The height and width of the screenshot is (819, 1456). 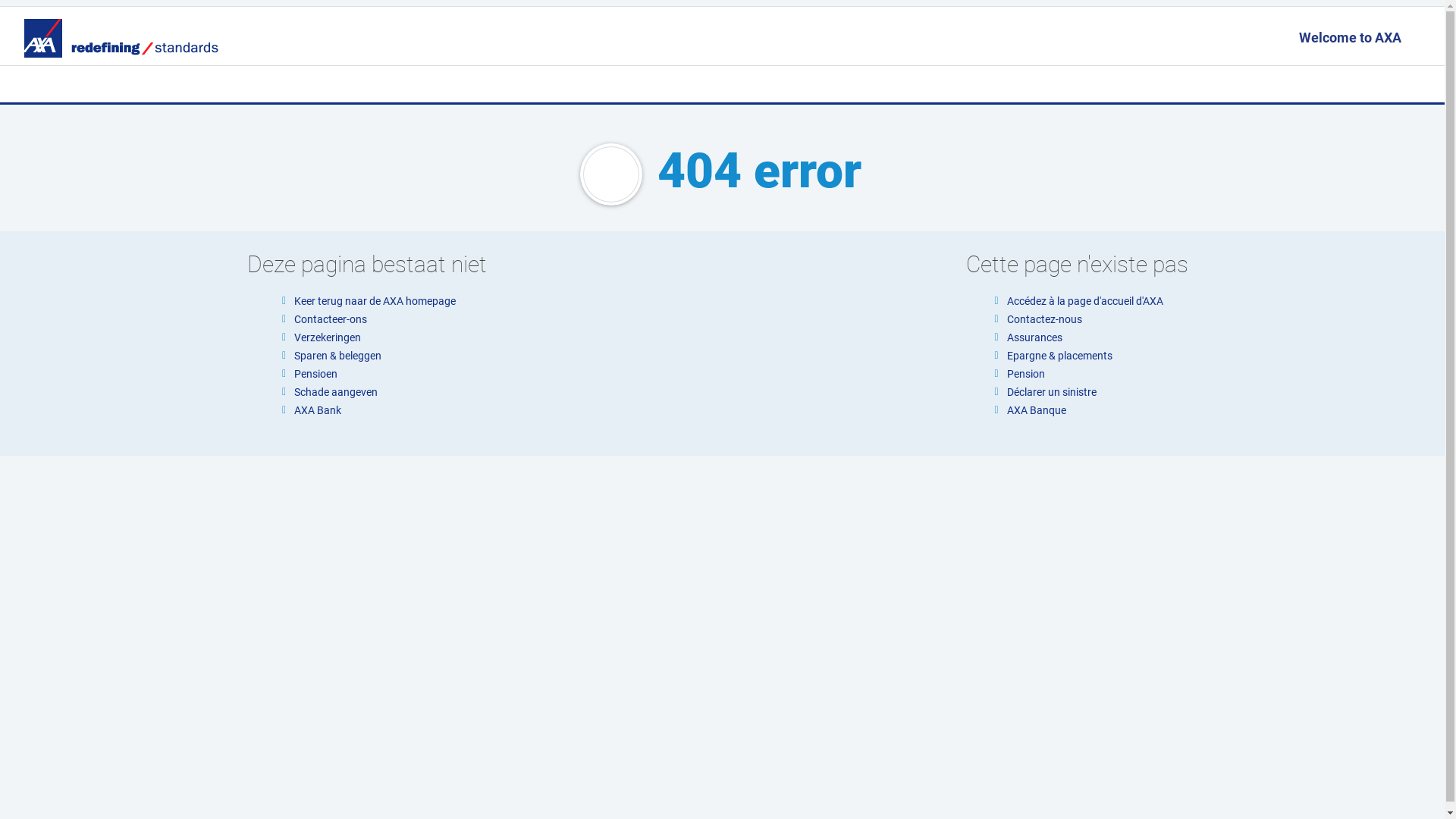 What do you see at coordinates (294, 374) in the screenshot?
I see `'Pensioen'` at bounding box center [294, 374].